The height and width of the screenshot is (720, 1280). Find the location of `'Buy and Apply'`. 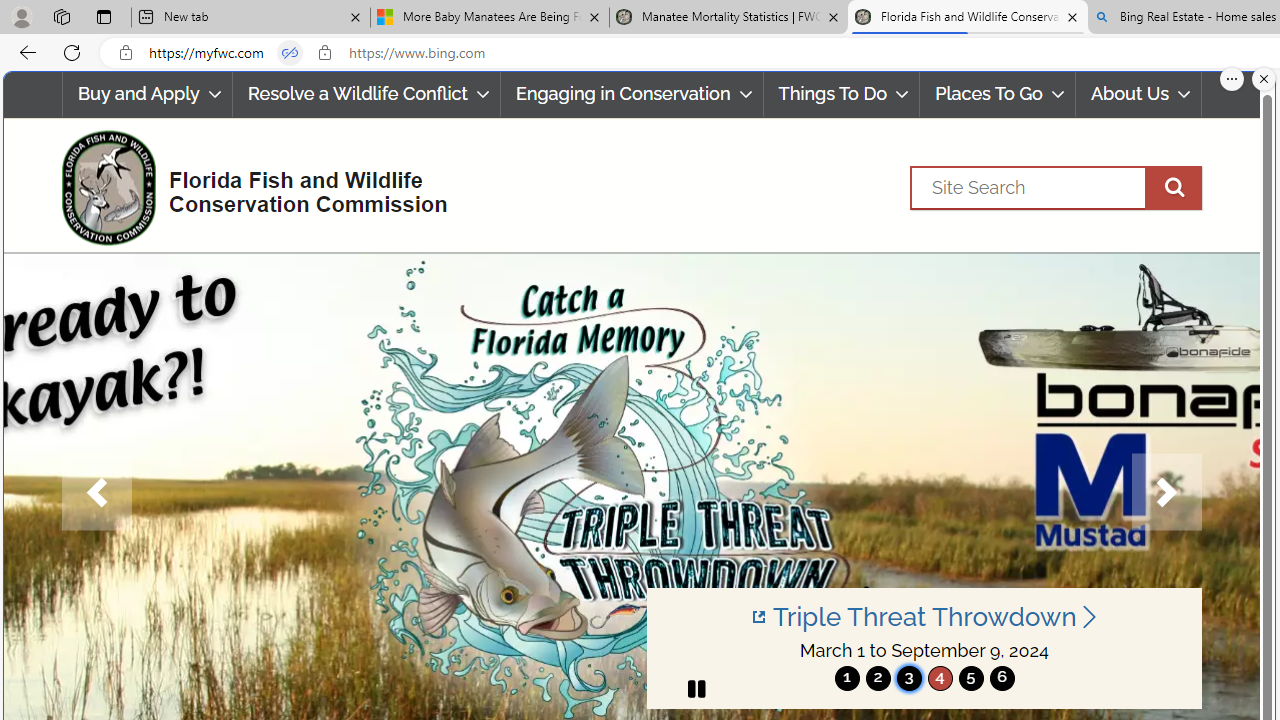

'Buy and Apply' is located at coordinates (146, 94).